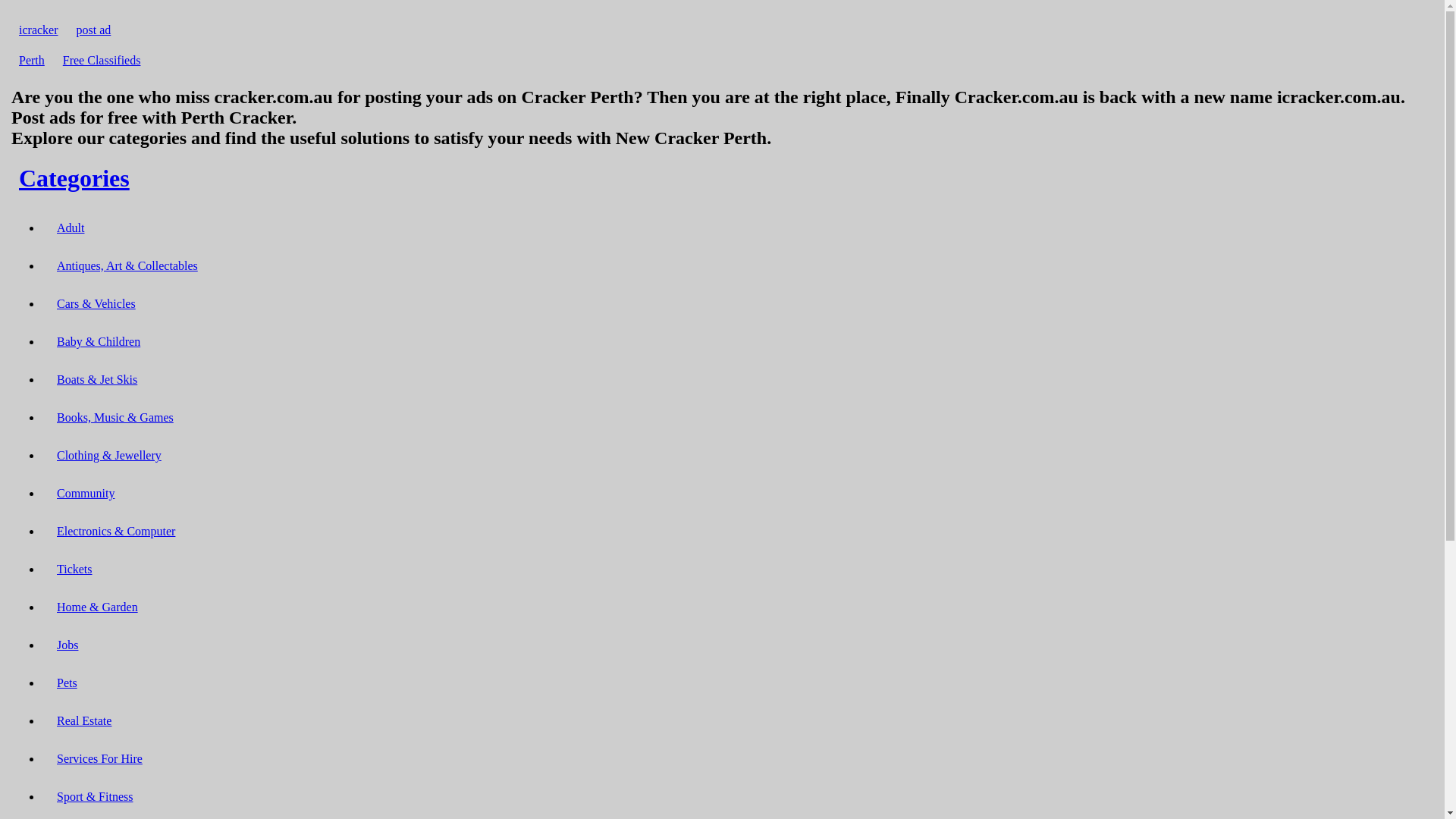 The image size is (1456, 819). Describe the element at coordinates (49, 720) in the screenshot. I see `'Real Estate'` at that location.